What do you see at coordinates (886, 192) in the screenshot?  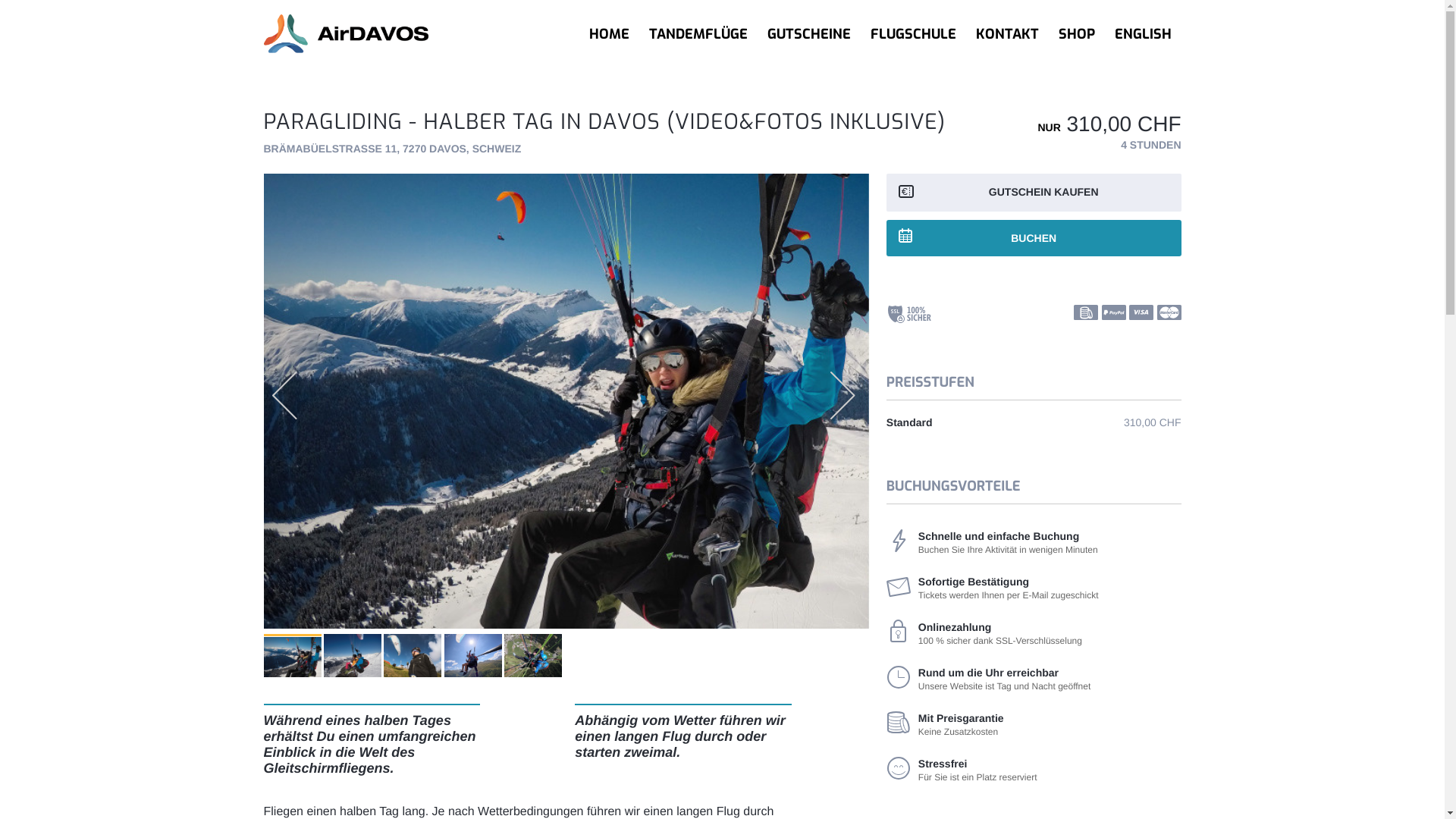 I see `'GUTSCHEIN KAUFEN'` at bounding box center [886, 192].